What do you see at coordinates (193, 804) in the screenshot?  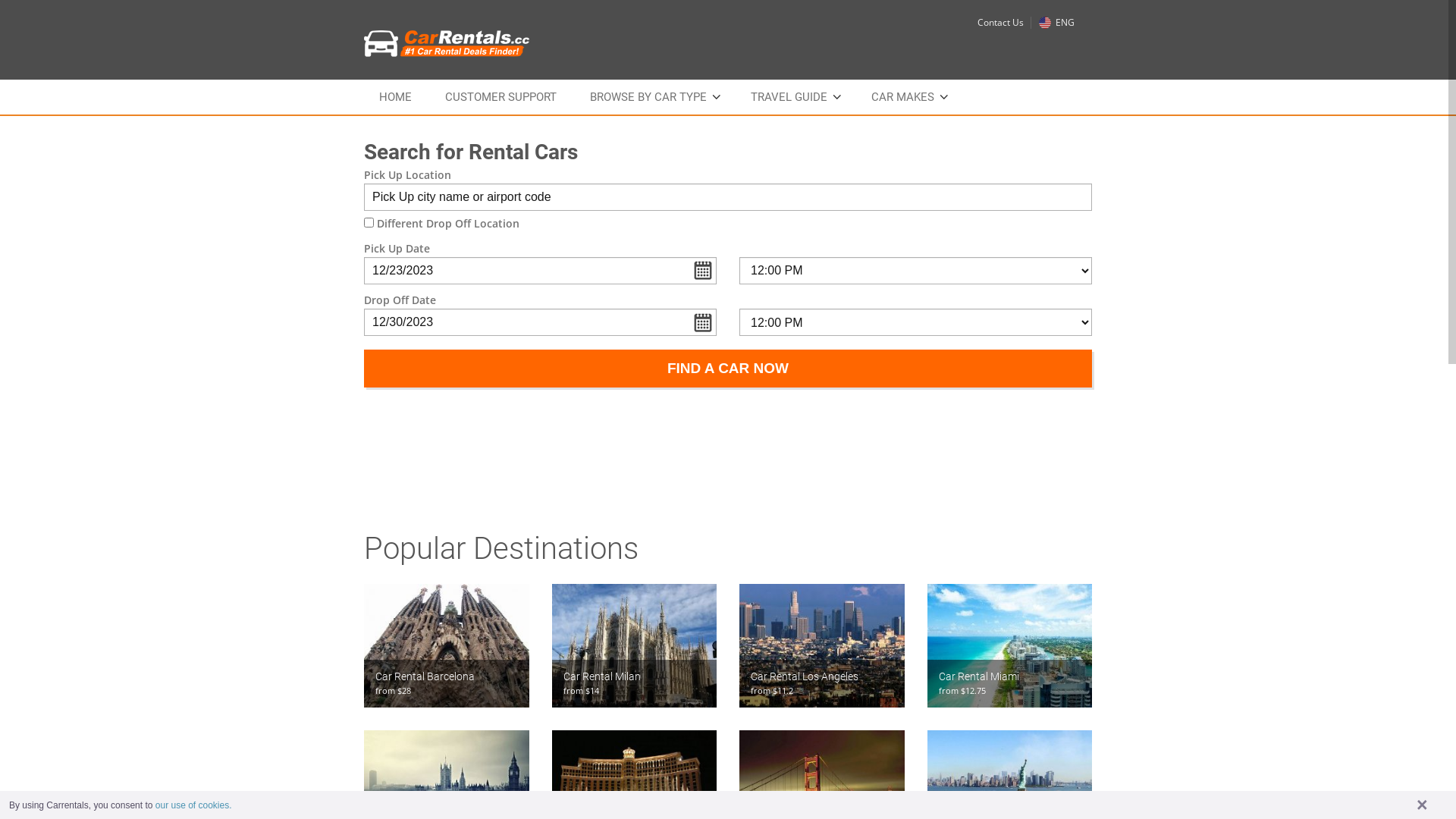 I see `'our use of cookies.'` at bounding box center [193, 804].